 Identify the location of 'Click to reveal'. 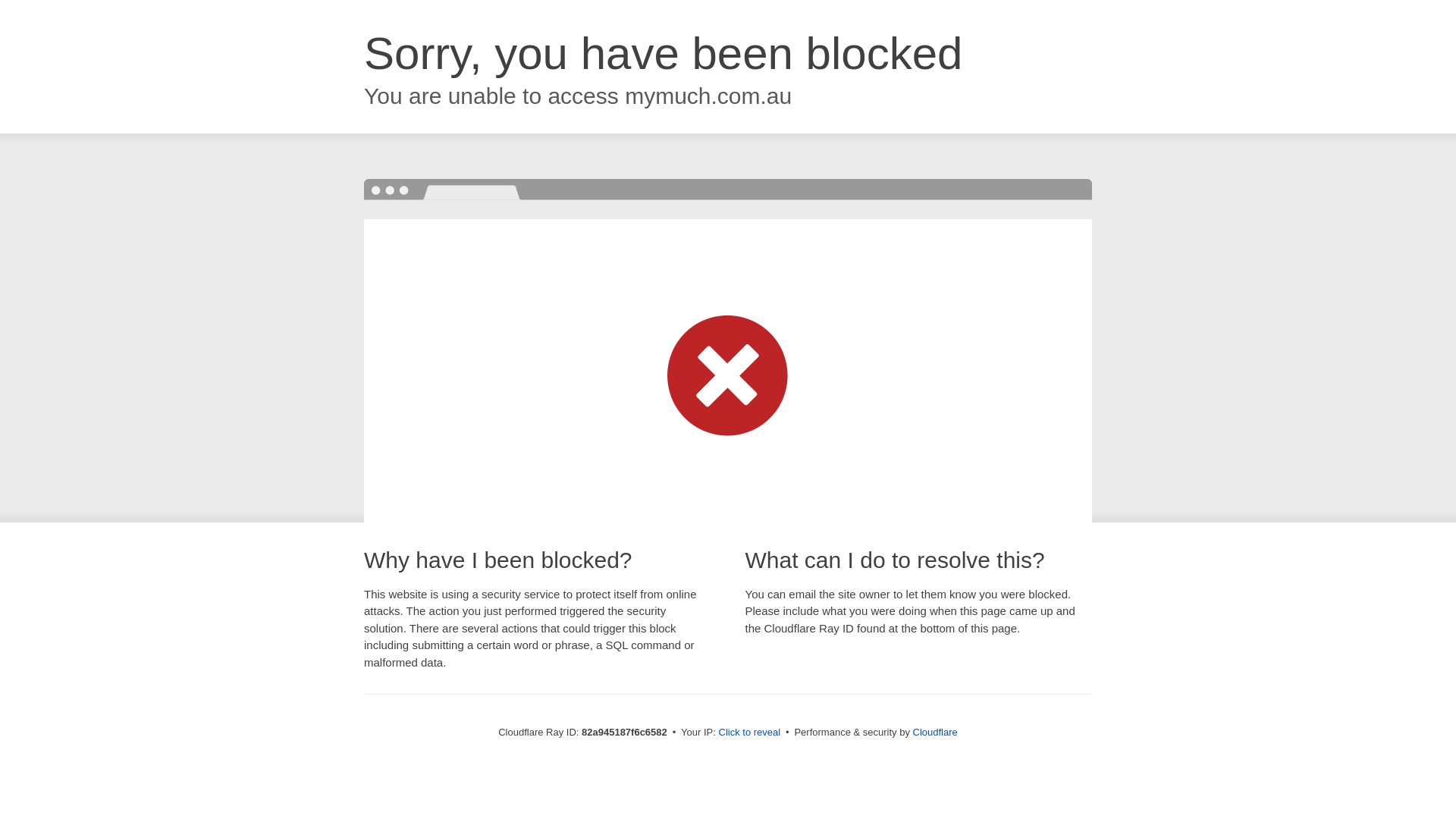
(749, 731).